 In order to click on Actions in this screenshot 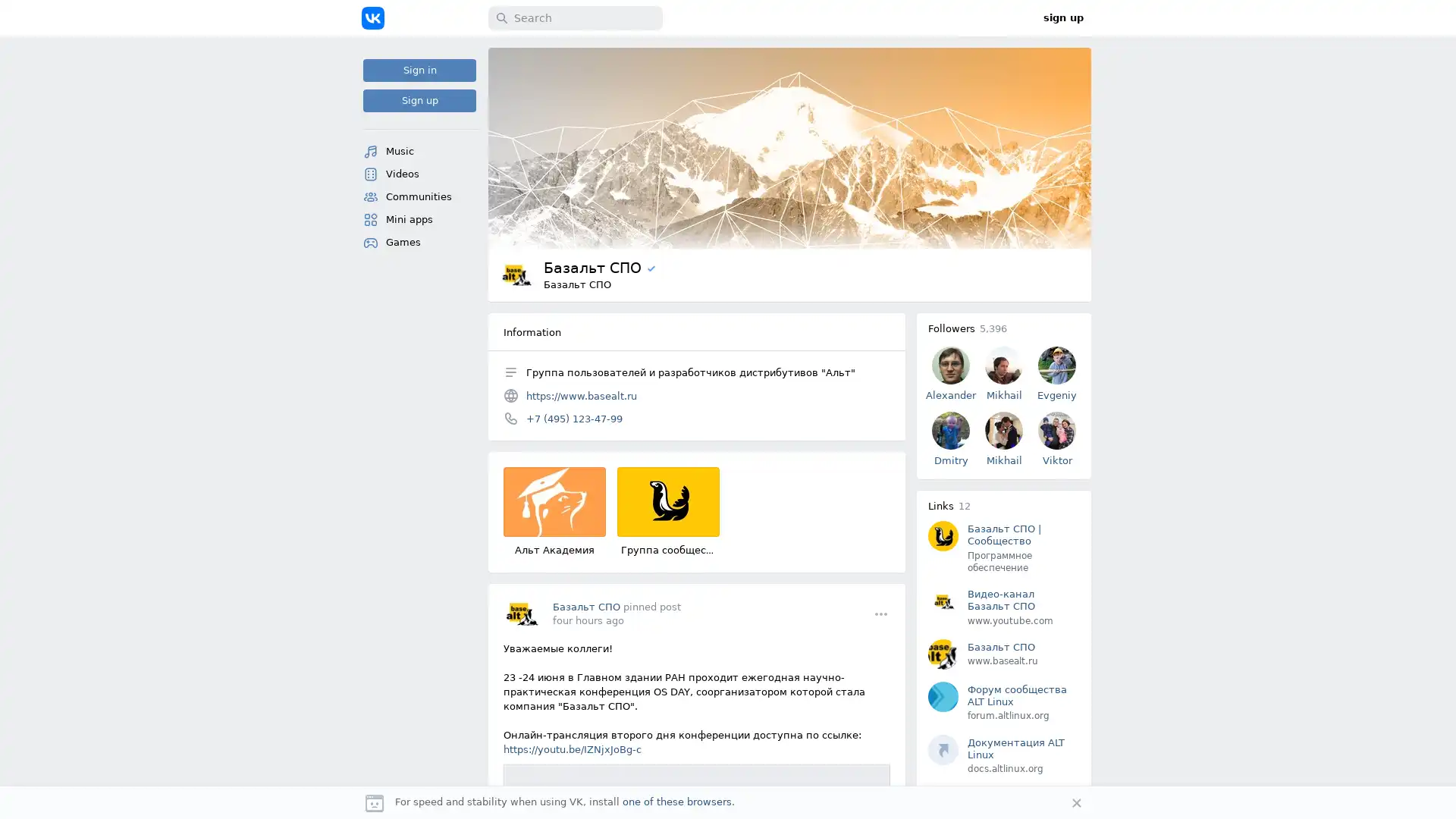, I will do `click(880, 613)`.